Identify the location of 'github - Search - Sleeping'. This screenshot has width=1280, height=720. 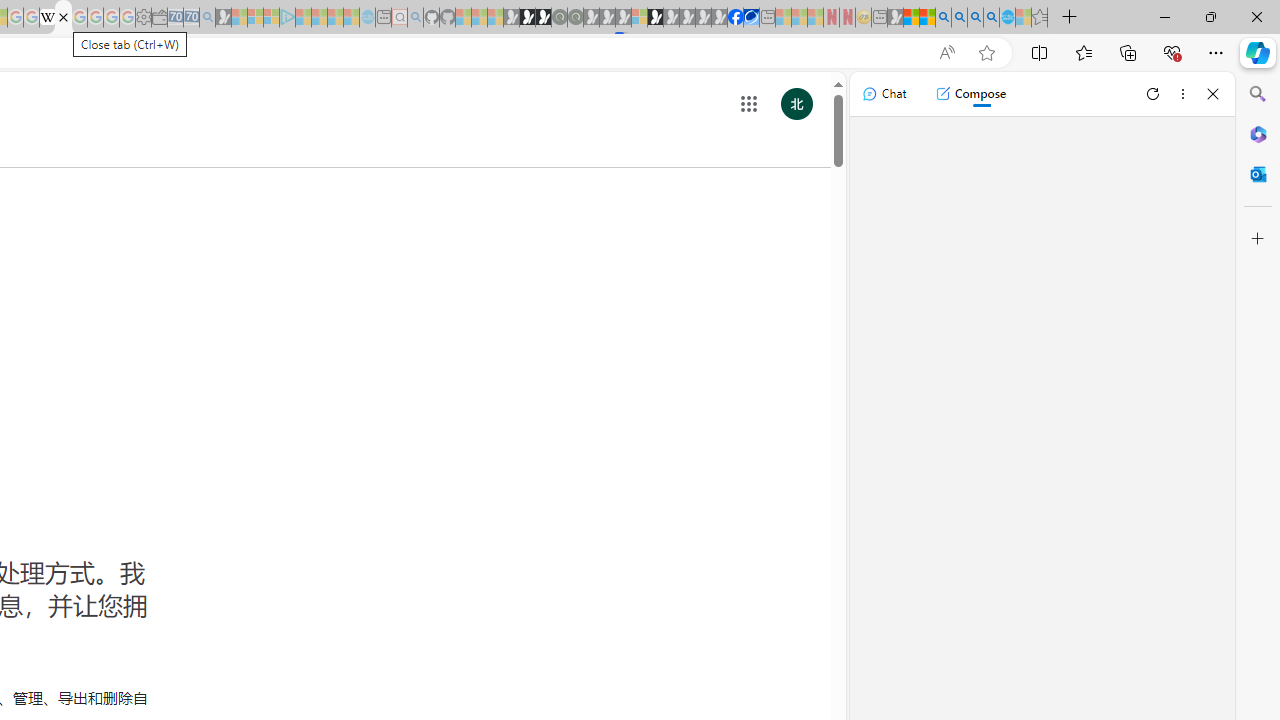
(415, 17).